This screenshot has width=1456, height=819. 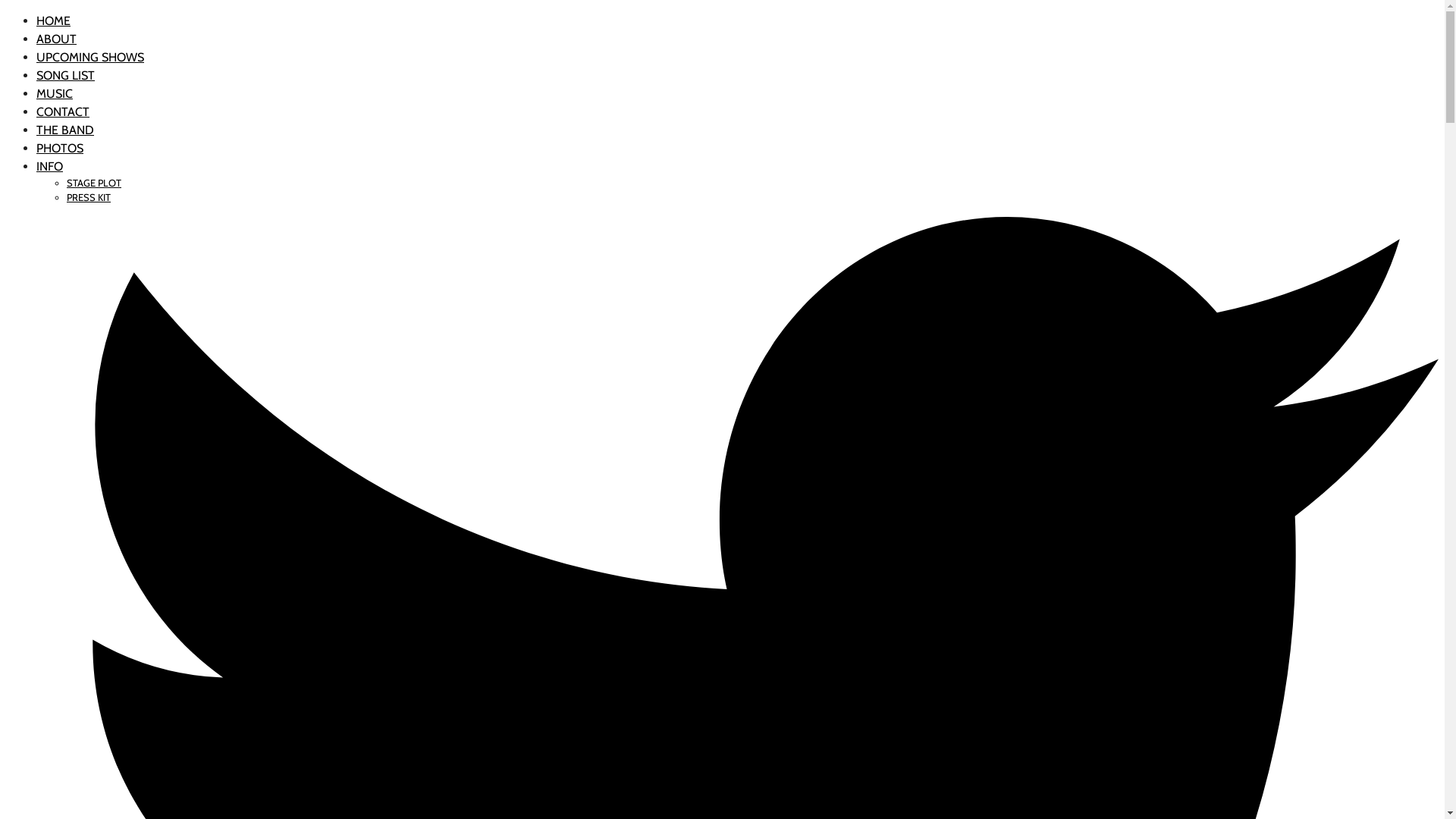 What do you see at coordinates (64, 75) in the screenshot?
I see `'SONG LIST'` at bounding box center [64, 75].